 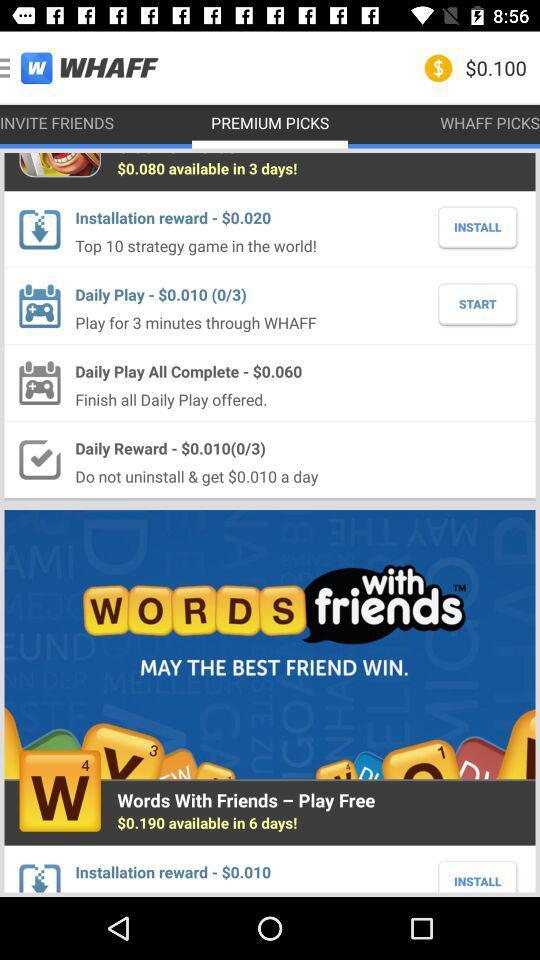 I want to click on icon next to the premium picks item, so click(x=57, y=121).